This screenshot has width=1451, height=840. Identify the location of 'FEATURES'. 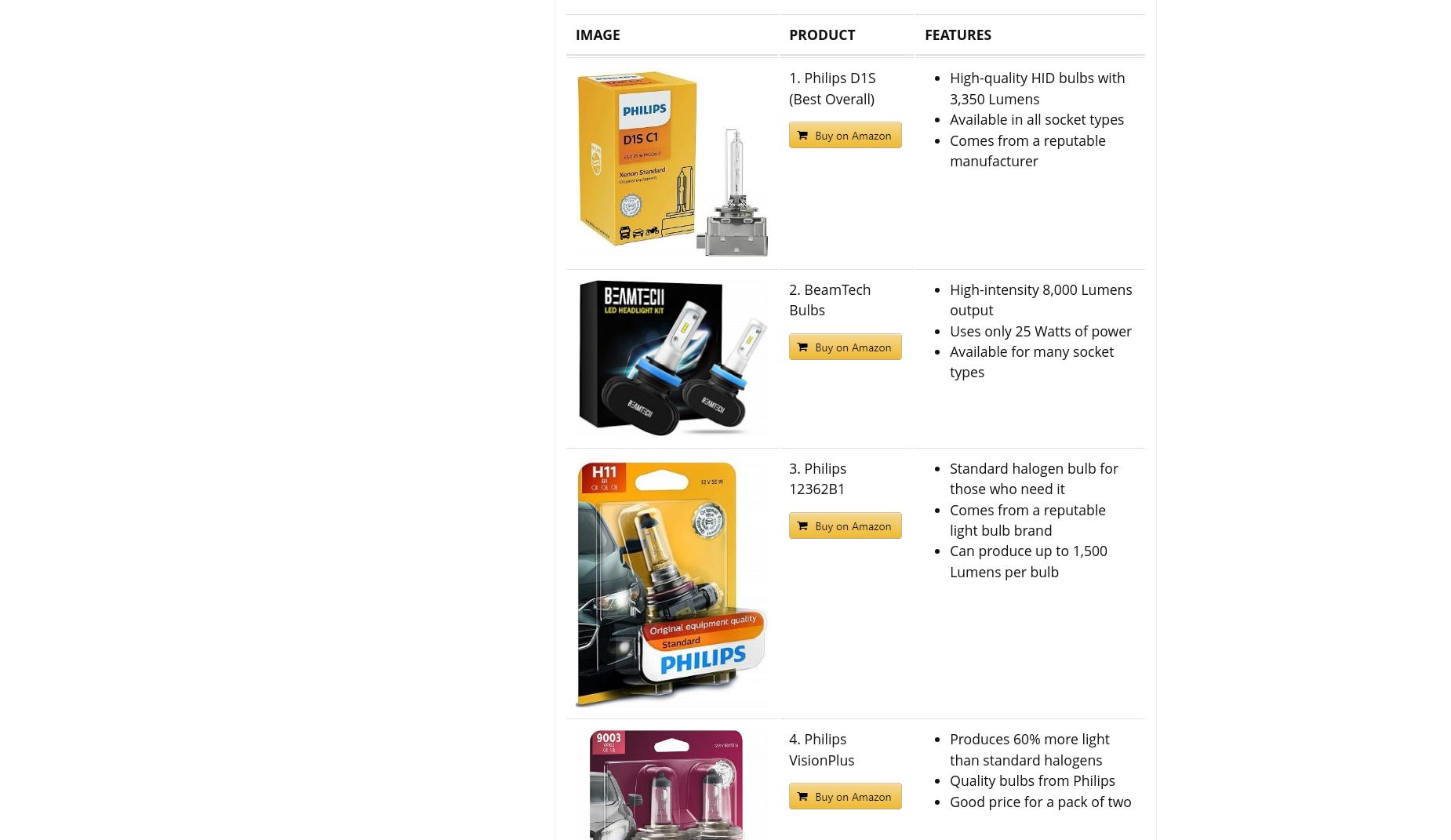
(924, 34).